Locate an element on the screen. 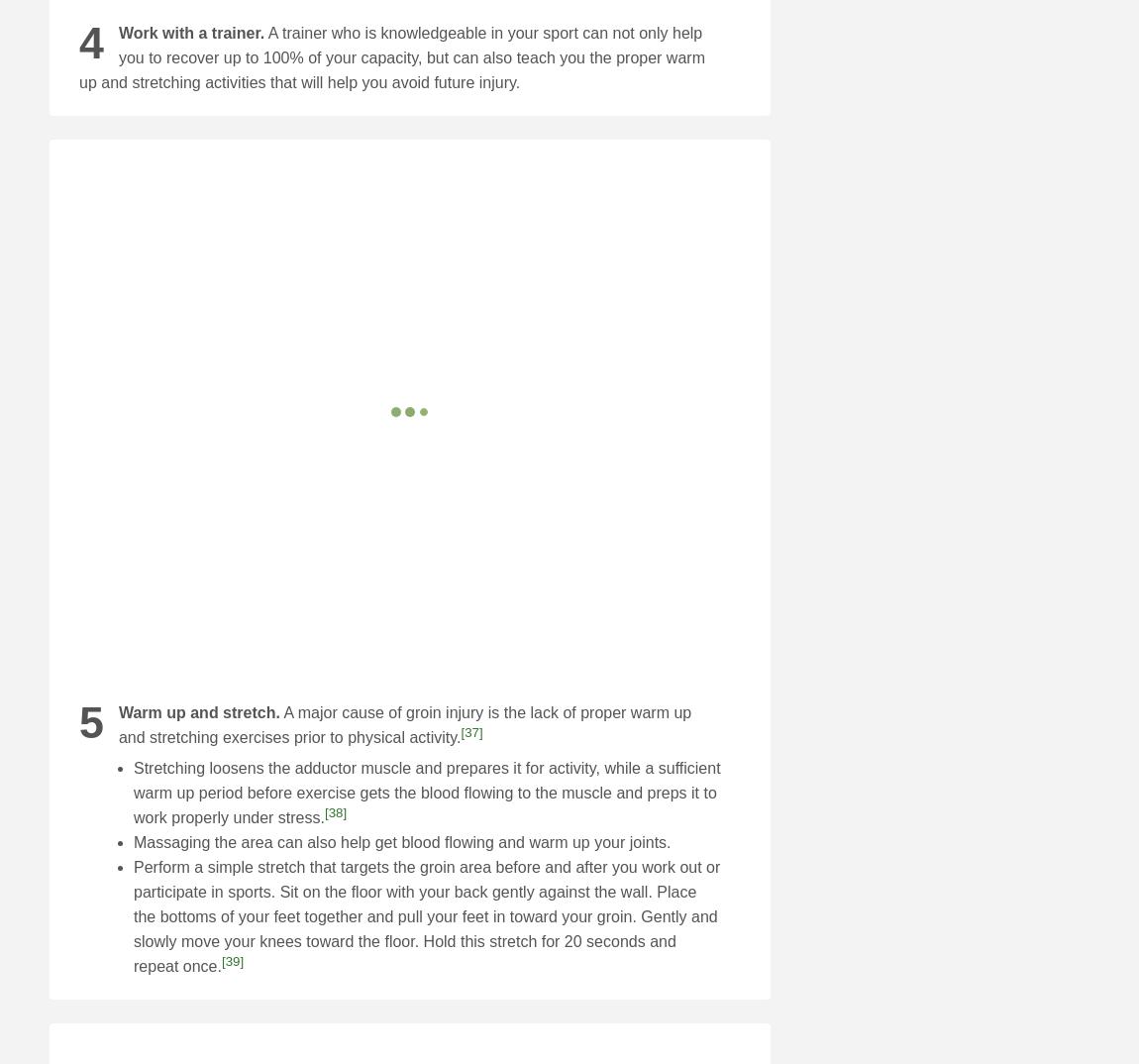  'Perform a simple stretch that targets the groin area before and after you work out or participate in sports. Sit on the floor with your back gently against the wall. Place the bottoms of your feet together and pull your feet in toward your groin. Gently and slowly move your knees toward the floor. Hold this stretch for 20 seconds and repeat once.' is located at coordinates (427, 916).